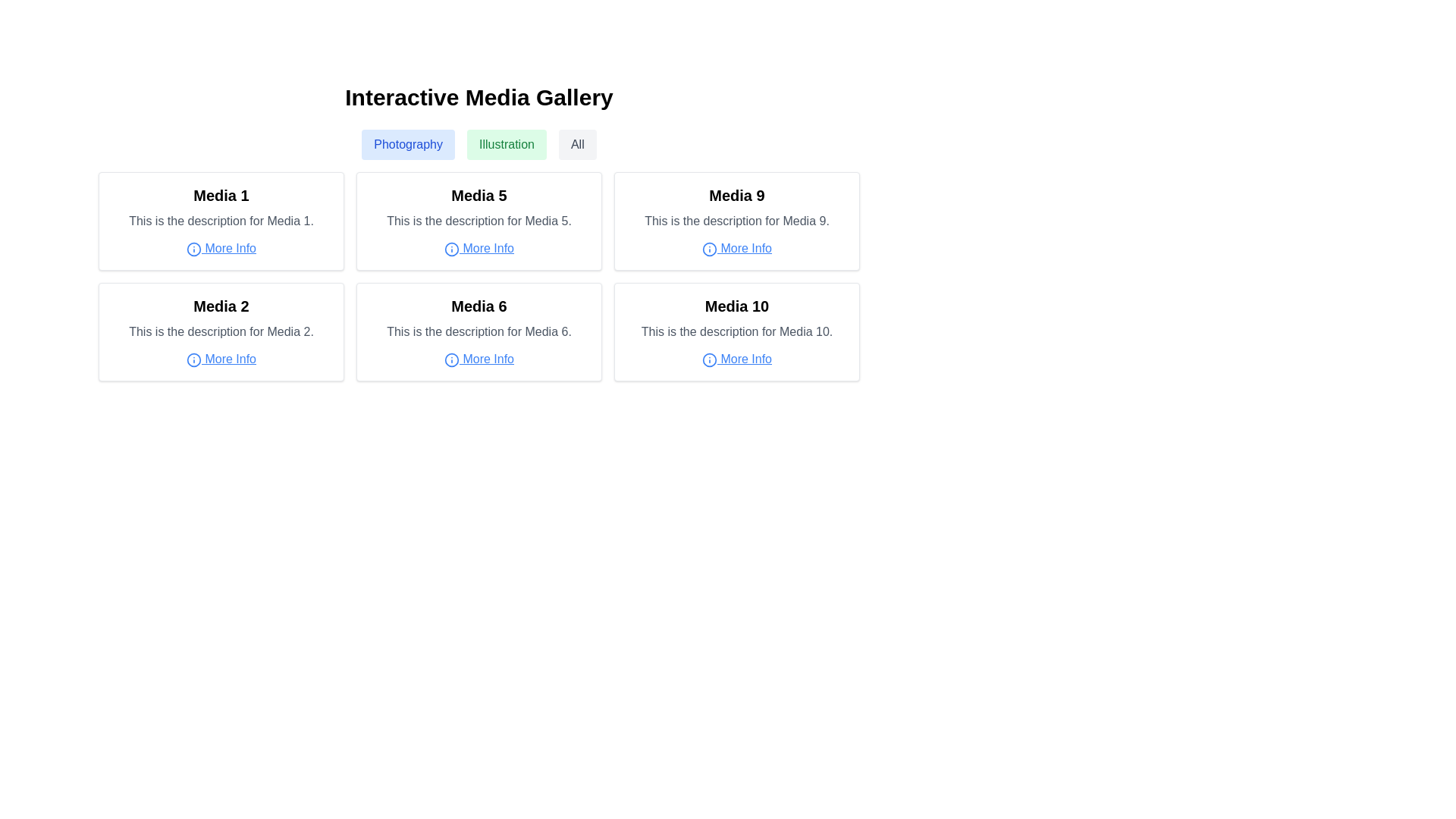 The width and height of the screenshot is (1456, 819). What do you see at coordinates (450, 359) in the screenshot?
I see `the 'More Info' icon located in the 'Media 6' content box` at bounding box center [450, 359].